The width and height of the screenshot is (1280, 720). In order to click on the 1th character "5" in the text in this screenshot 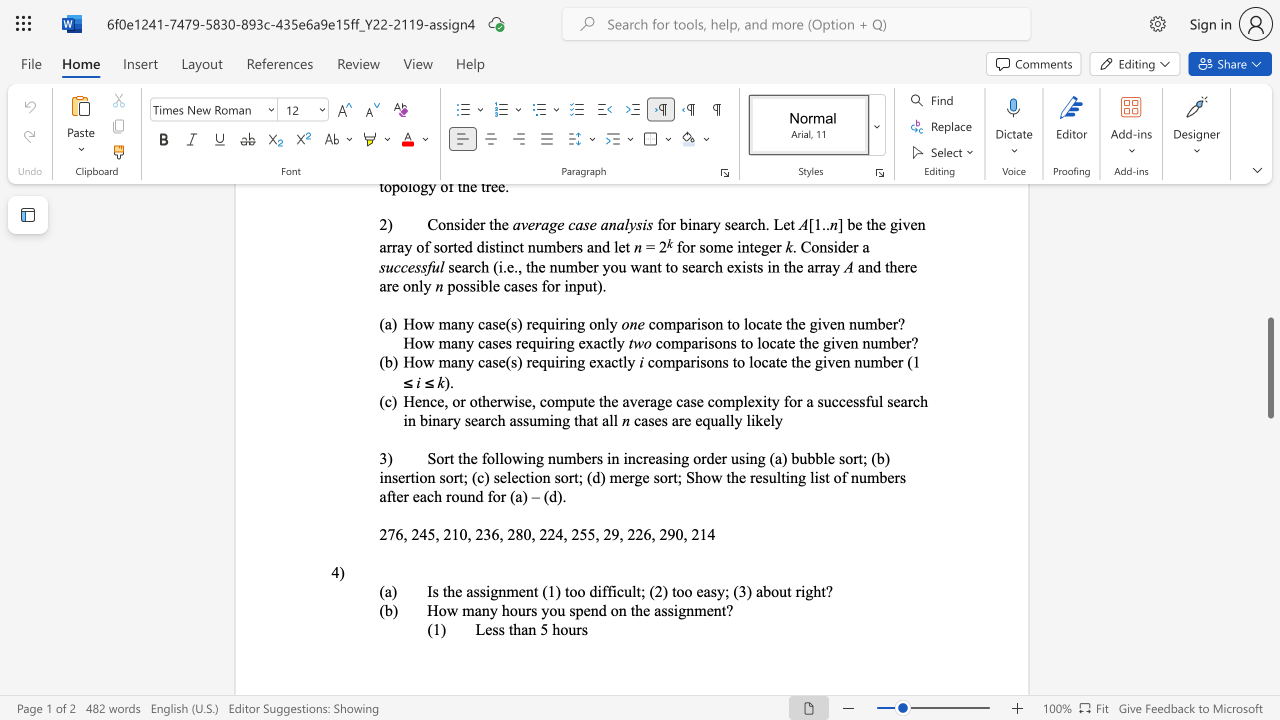, I will do `click(430, 533)`.